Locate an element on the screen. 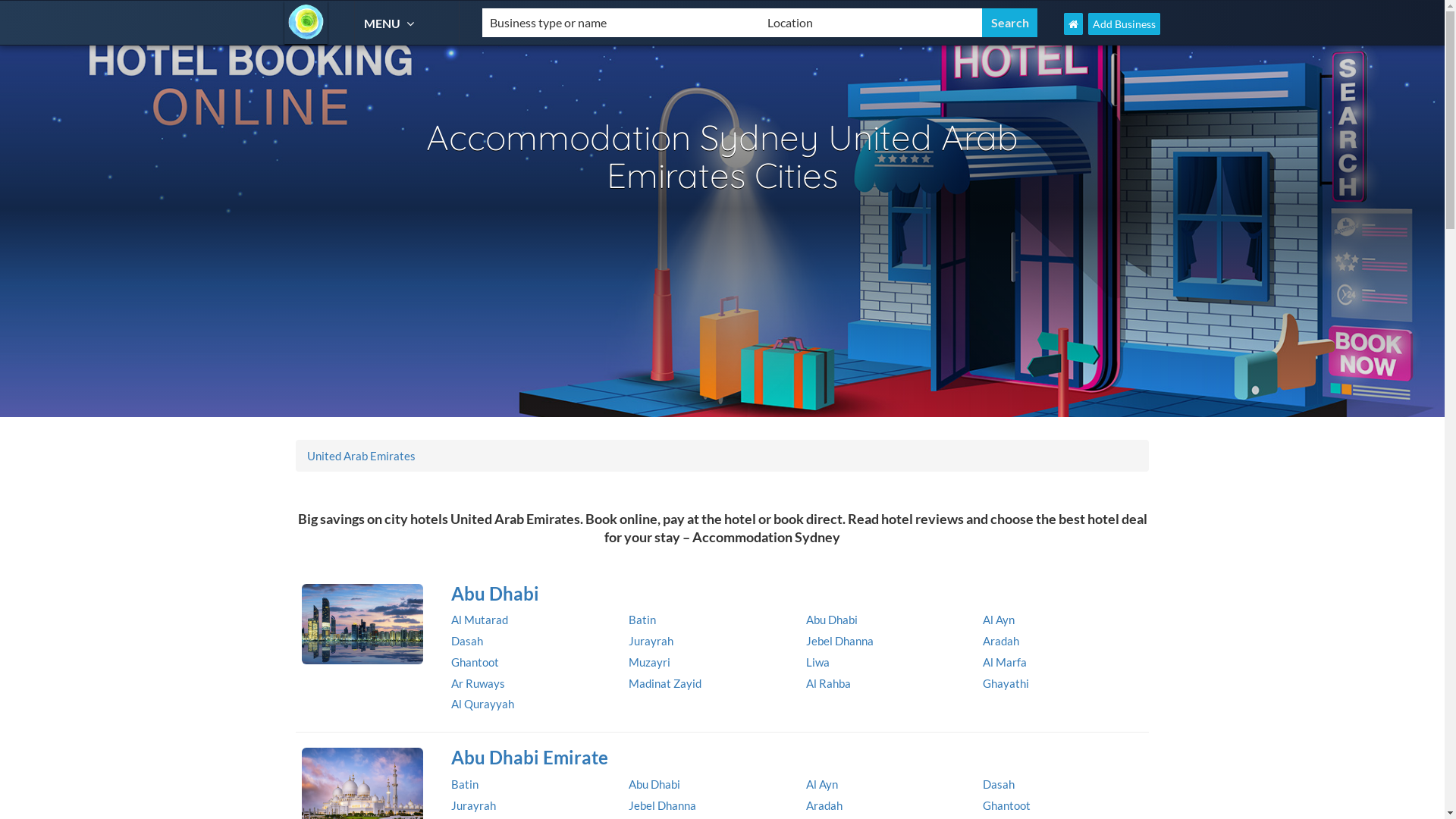 The image size is (1456, 819). 'Al Marfa' is located at coordinates (1004, 661).